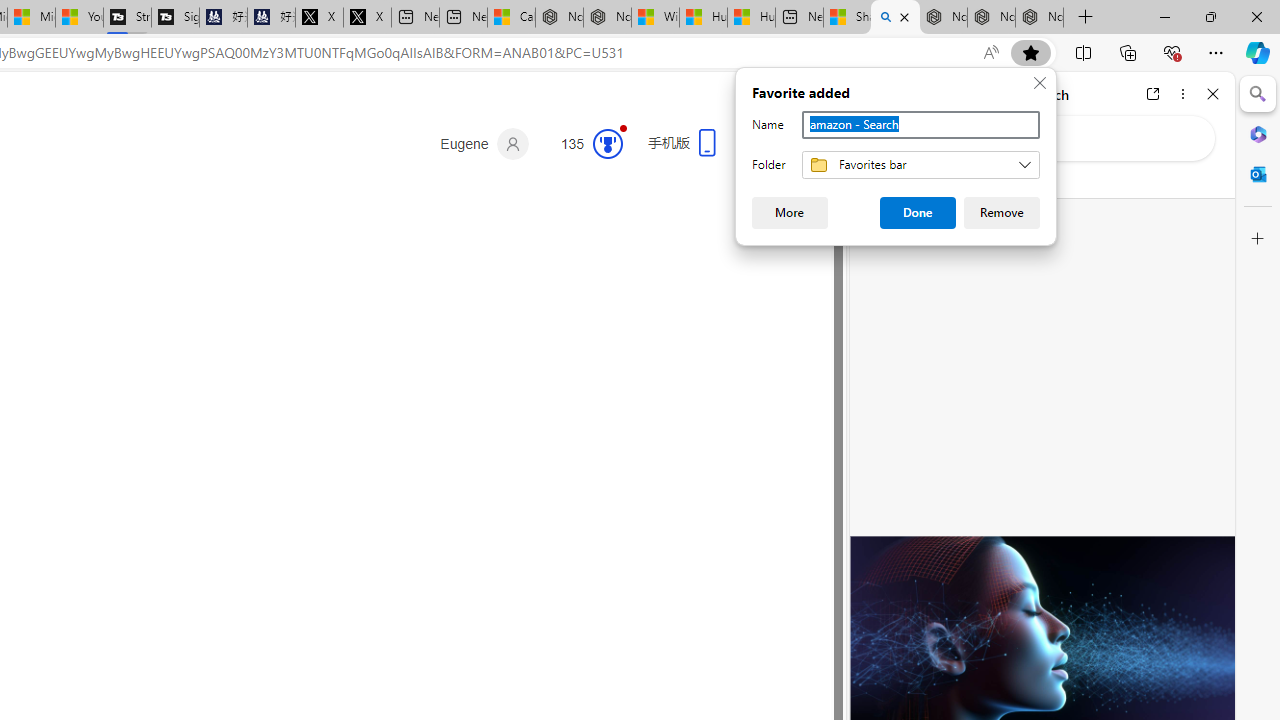  Describe the element at coordinates (1257, 238) in the screenshot. I see `'Customize'` at that location.